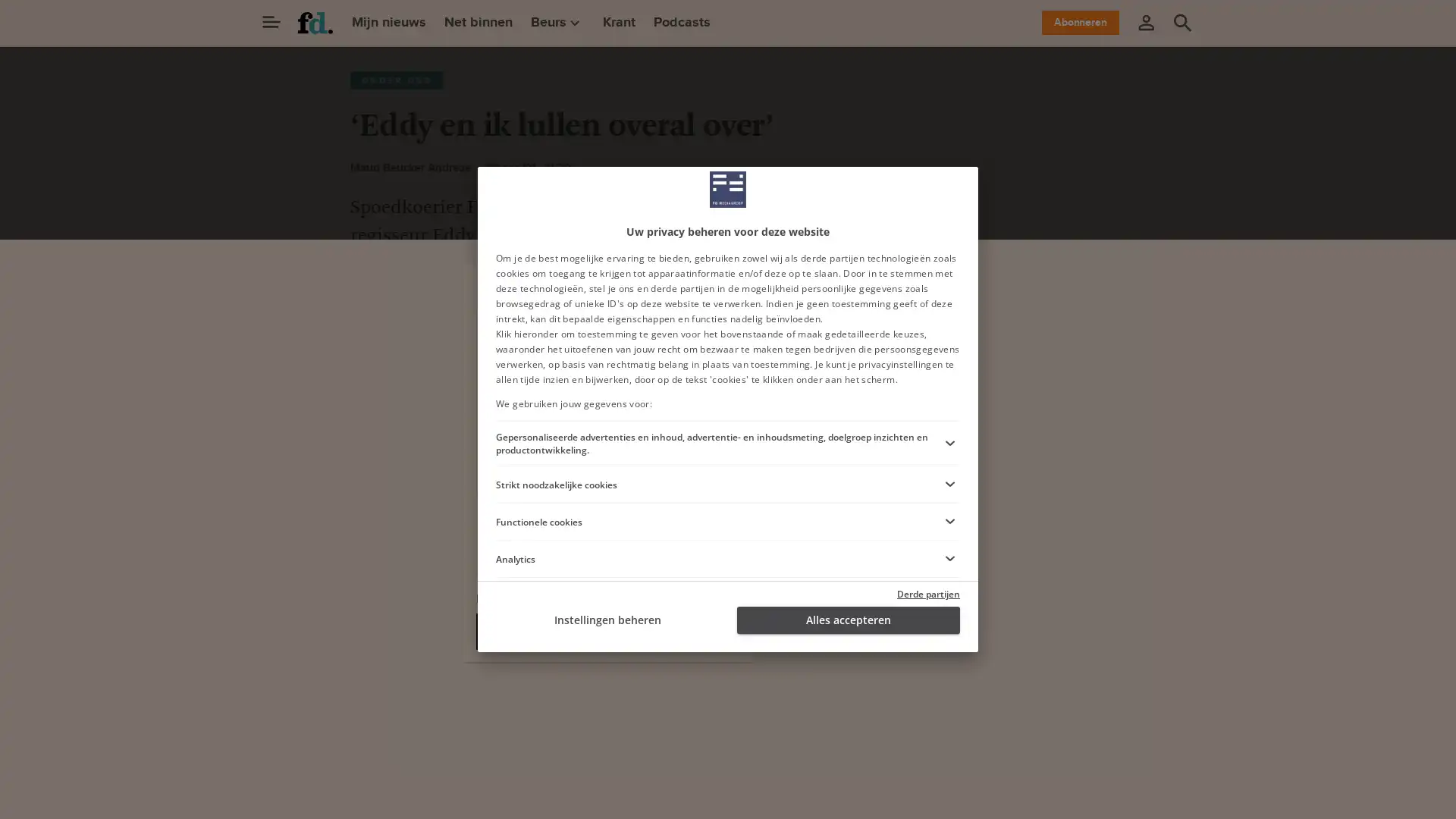 The height and width of the screenshot is (819, 1456). What do you see at coordinates (607, 459) in the screenshot?
I see `Ga verder` at bounding box center [607, 459].